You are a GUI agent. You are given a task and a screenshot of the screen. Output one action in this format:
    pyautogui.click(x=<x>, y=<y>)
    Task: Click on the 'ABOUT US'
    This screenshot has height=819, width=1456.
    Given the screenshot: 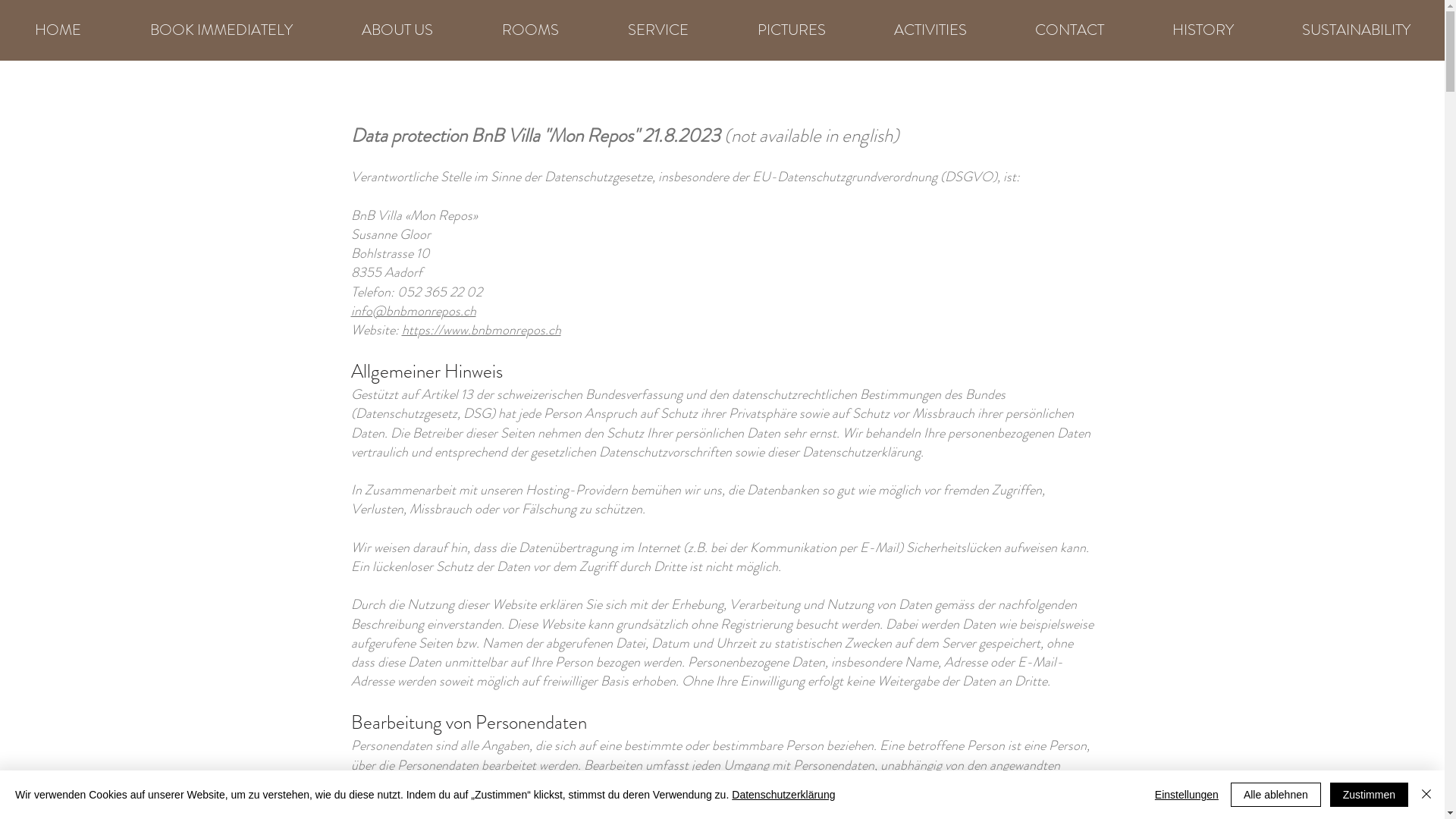 What is the action you would take?
    pyautogui.click(x=397, y=30)
    